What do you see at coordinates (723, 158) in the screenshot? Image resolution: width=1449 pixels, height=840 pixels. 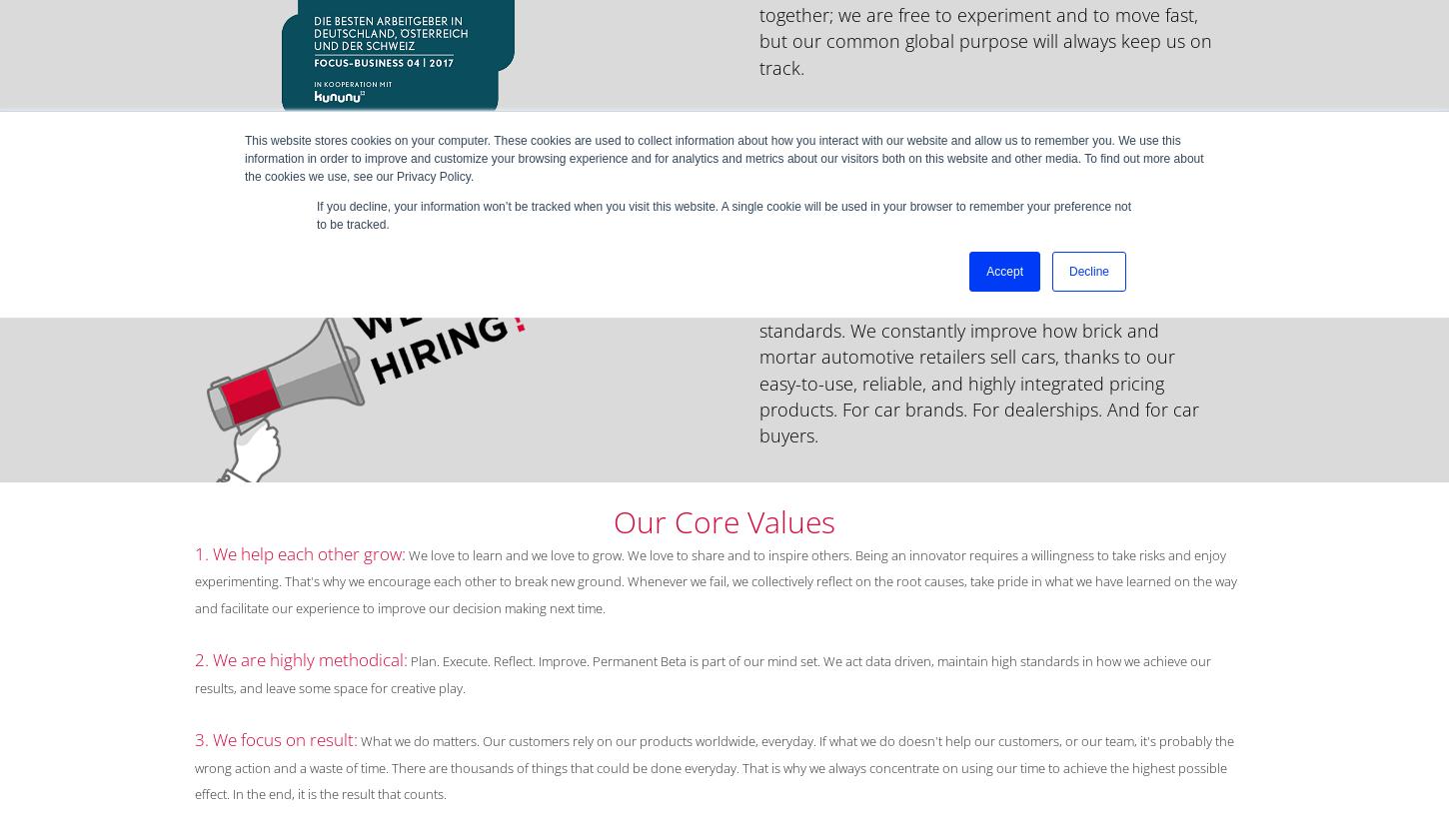 I see `'This website stores cookies on your computer. These cookies are used to collect information about how you interact with our website and allow us to remember you. We use this information in order to improve and customize your browsing experience and for analytics and metrics about our visitors both on this website and other media. To find out more about the cookies we use, see our Privacy Policy.'` at bounding box center [723, 158].